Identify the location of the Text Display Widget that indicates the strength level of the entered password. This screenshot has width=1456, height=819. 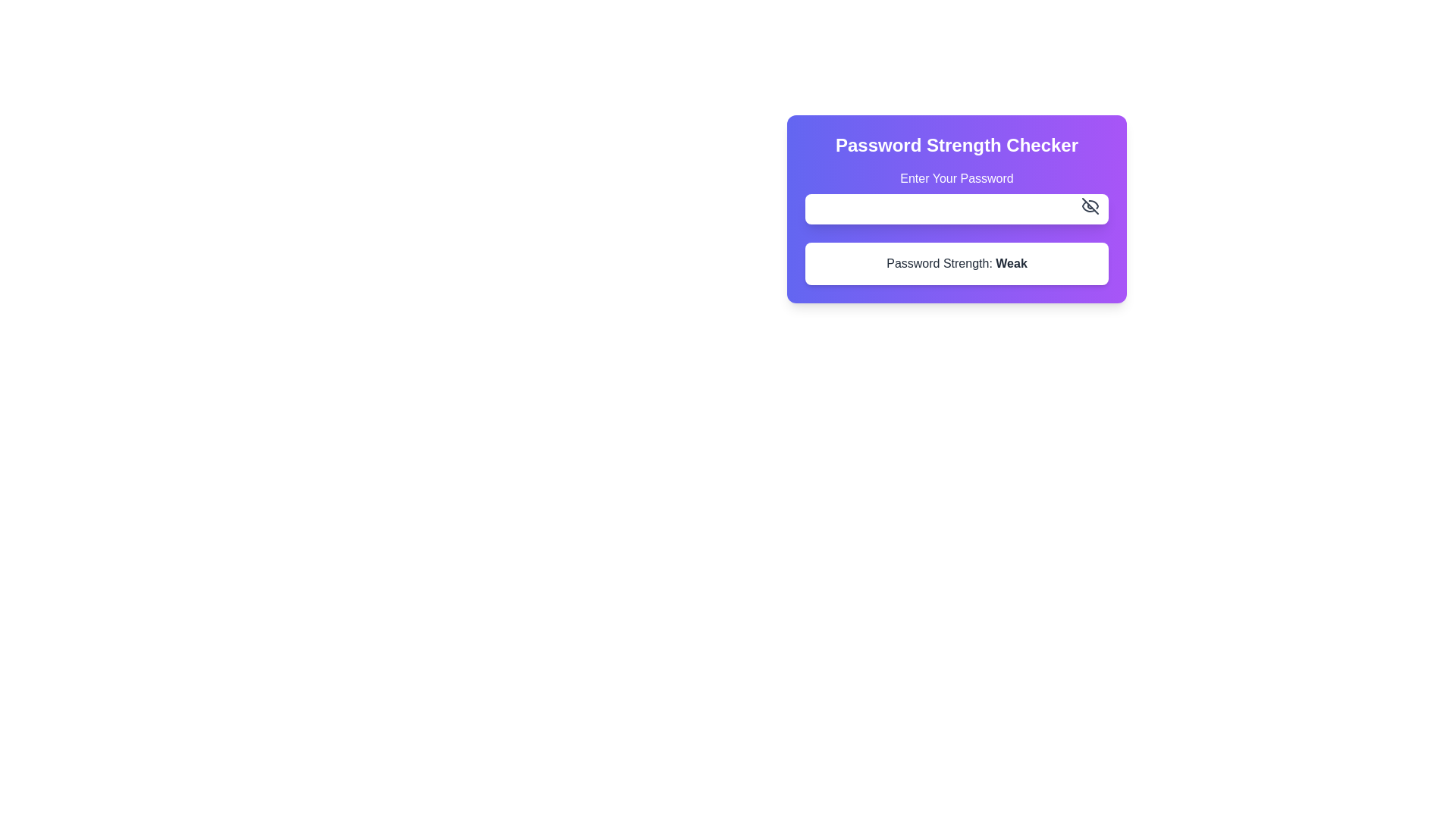
(956, 262).